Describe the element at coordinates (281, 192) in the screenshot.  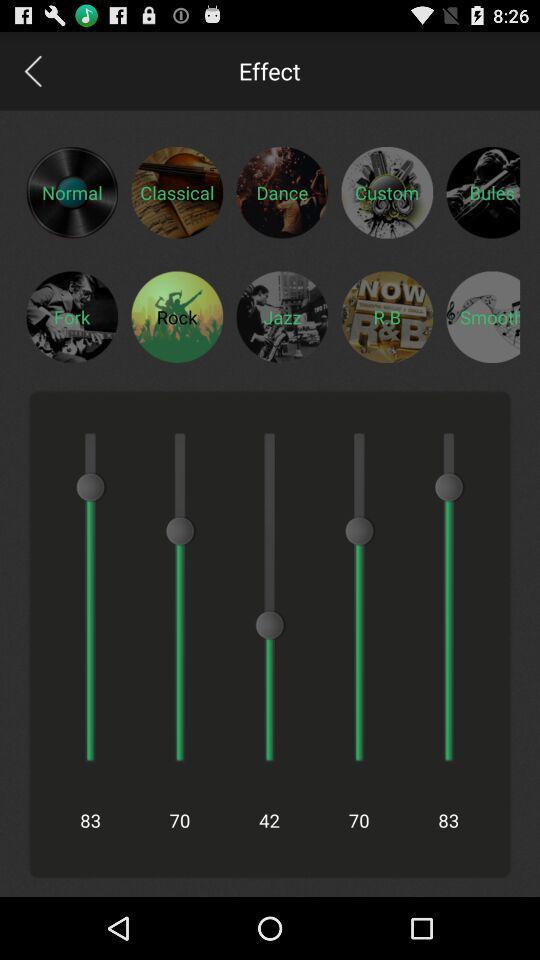
I see `click dance effect` at that location.